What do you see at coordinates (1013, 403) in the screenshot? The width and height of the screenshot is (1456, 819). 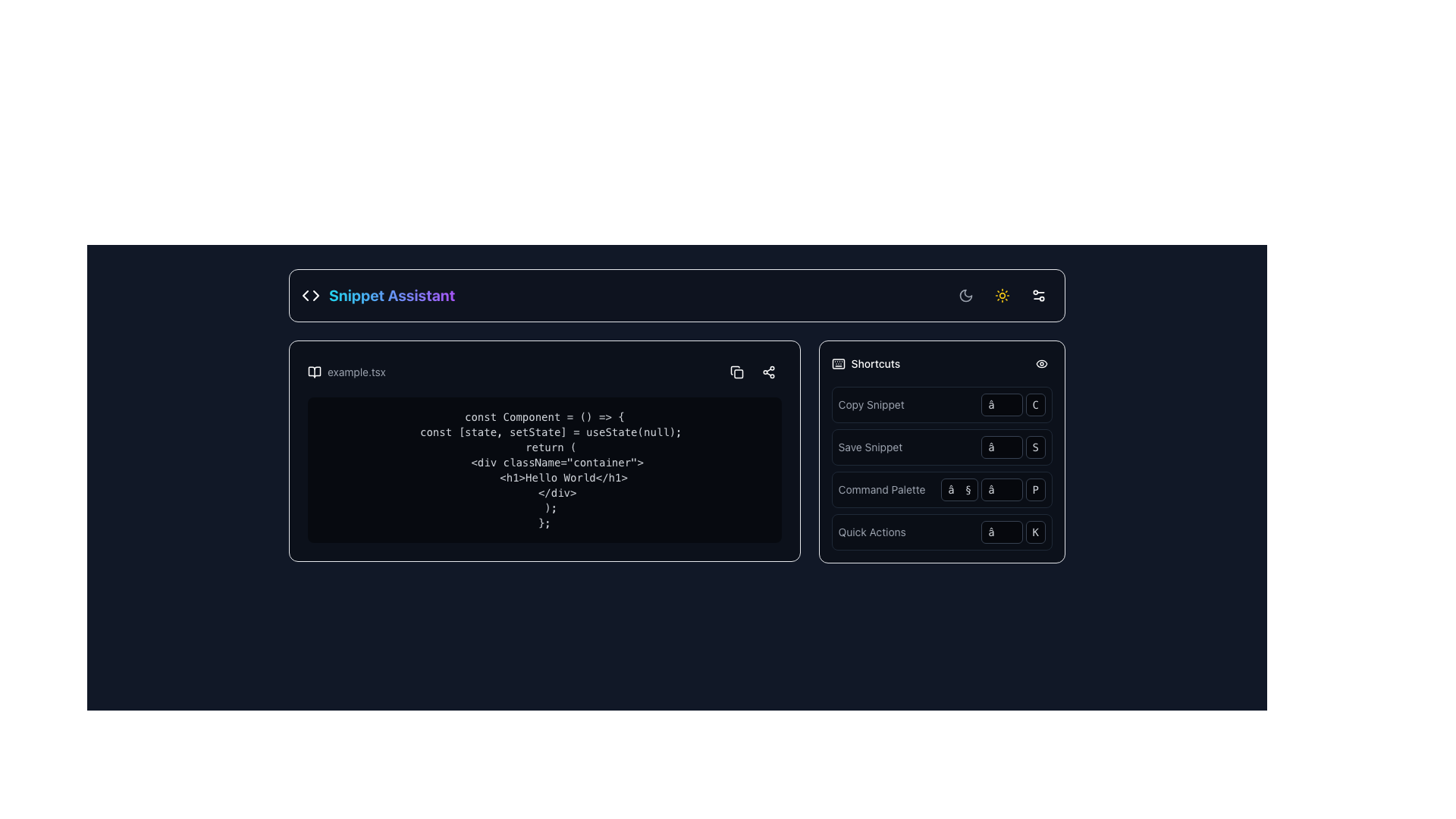 I see `the Keyboard shortcut display, which consists of two sections showing '⌘' and 'C', located within the 'Copy Snippet' button area, to the right of the label 'Copy Snippet'` at bounding box center [1013, 403].